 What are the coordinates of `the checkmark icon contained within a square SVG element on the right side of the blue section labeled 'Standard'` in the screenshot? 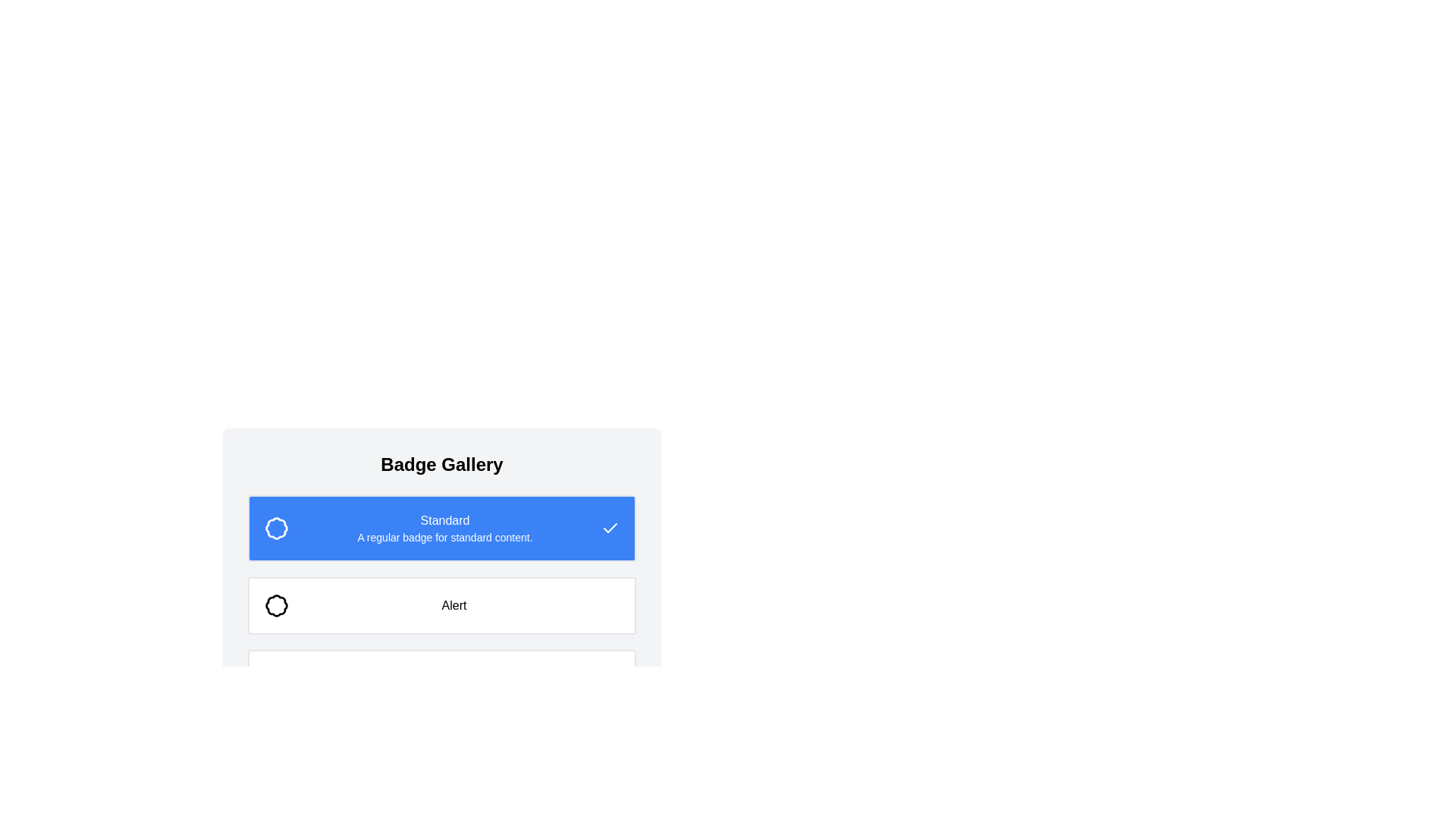 It's located at (610, 528).